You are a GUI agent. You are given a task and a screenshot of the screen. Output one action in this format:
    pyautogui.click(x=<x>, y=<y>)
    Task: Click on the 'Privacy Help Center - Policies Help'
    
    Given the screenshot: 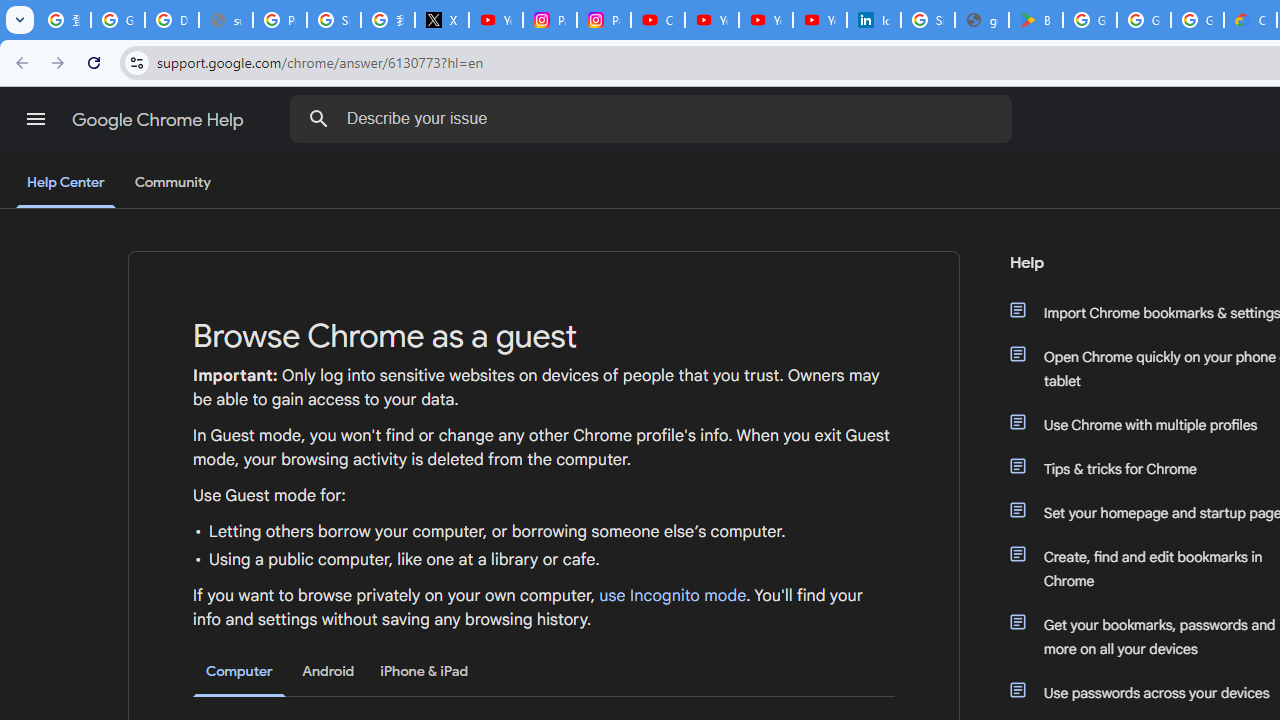 What is the action you would take?
    pyautogui.click(x=279, y=20)
    